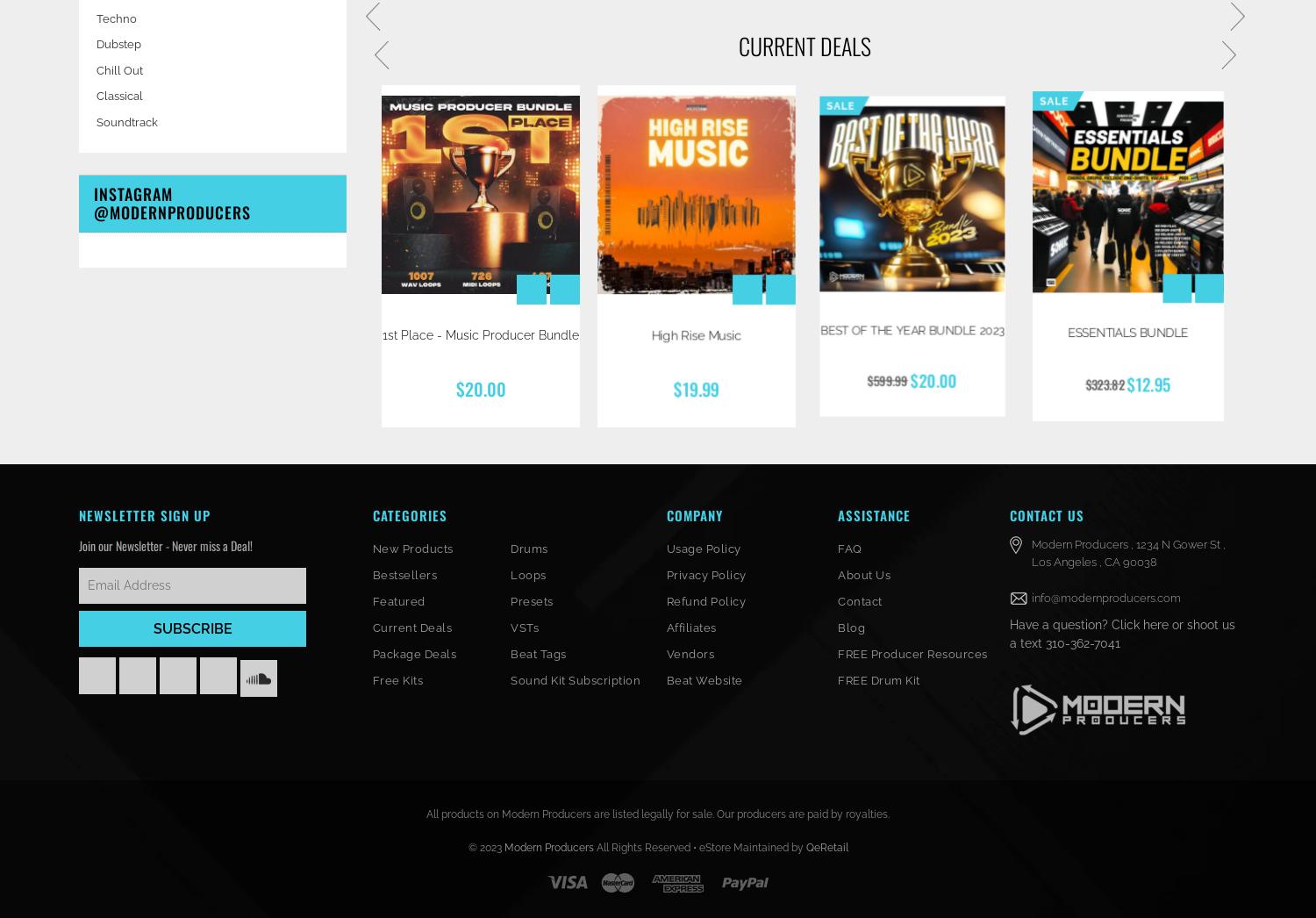 The height and width of the screenshot is (918, 1316). I want to click on 'FREE Producer Resources', so click(912, 652).